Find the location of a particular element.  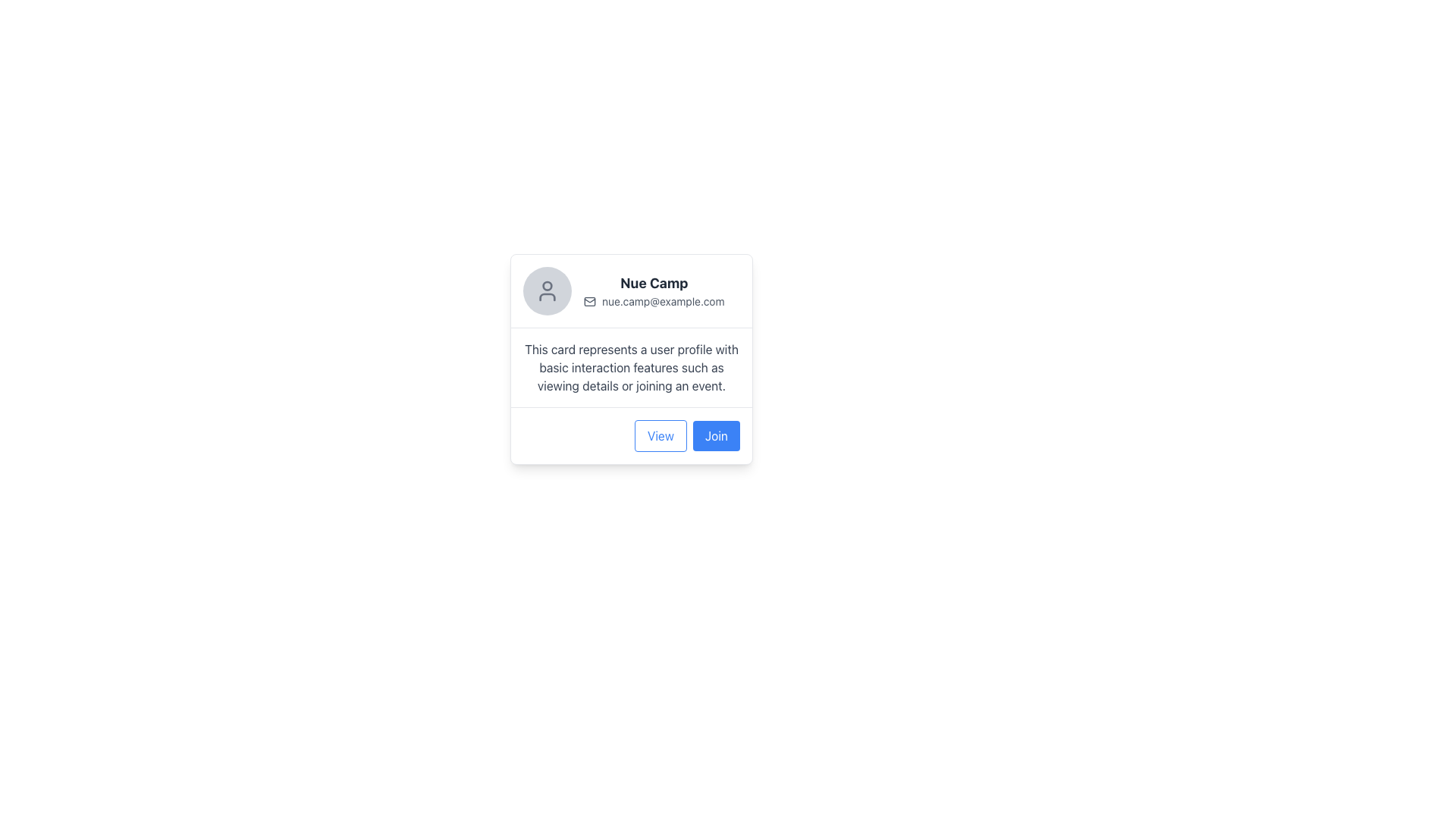

text content of the paragraph styled with a neutral gray font that describes the user profile features, located in the middle section of the user profile card is located at coordinates (632, 368).